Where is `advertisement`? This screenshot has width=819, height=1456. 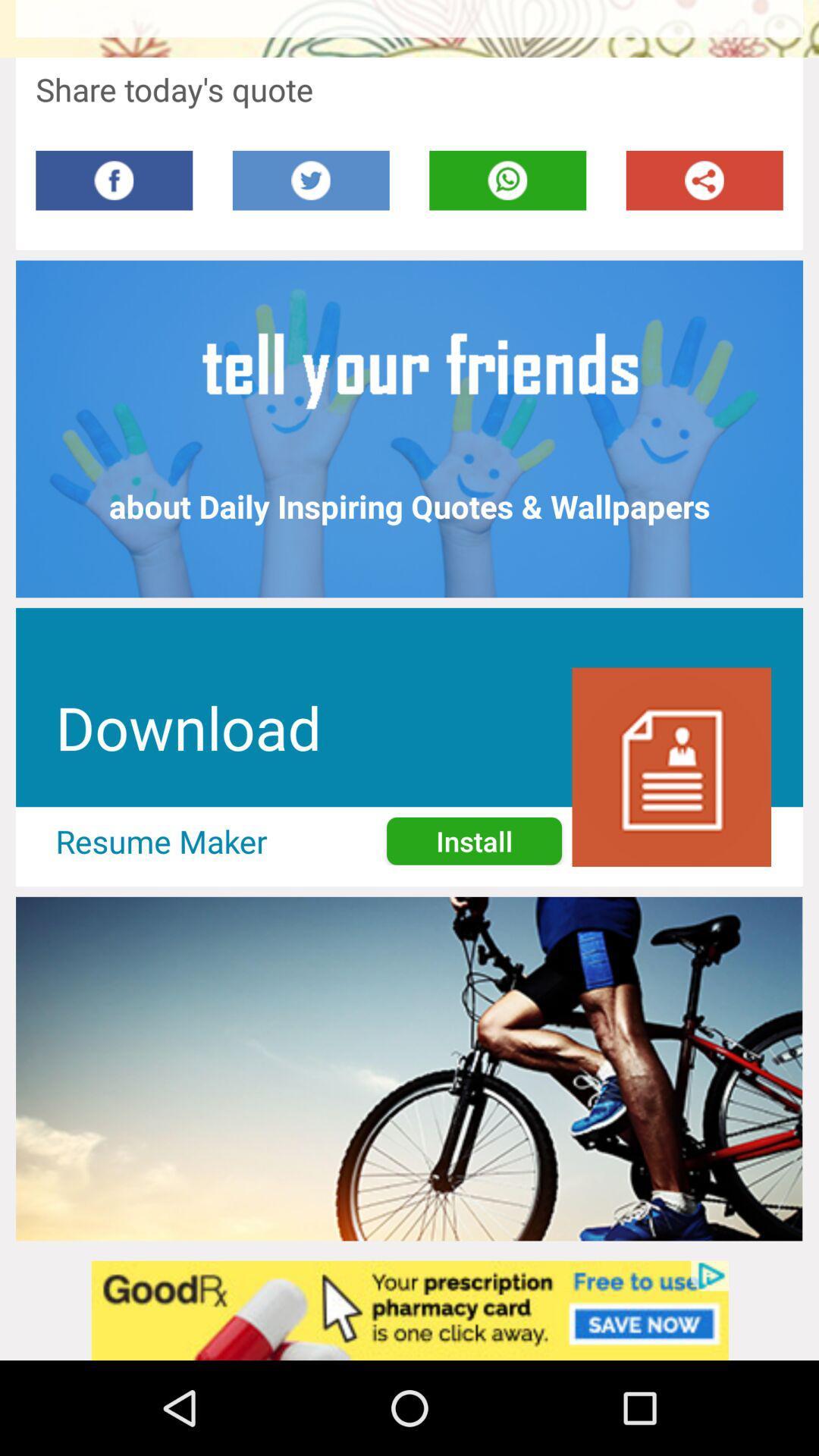 advertisement is located at coordinates (409, 1310).